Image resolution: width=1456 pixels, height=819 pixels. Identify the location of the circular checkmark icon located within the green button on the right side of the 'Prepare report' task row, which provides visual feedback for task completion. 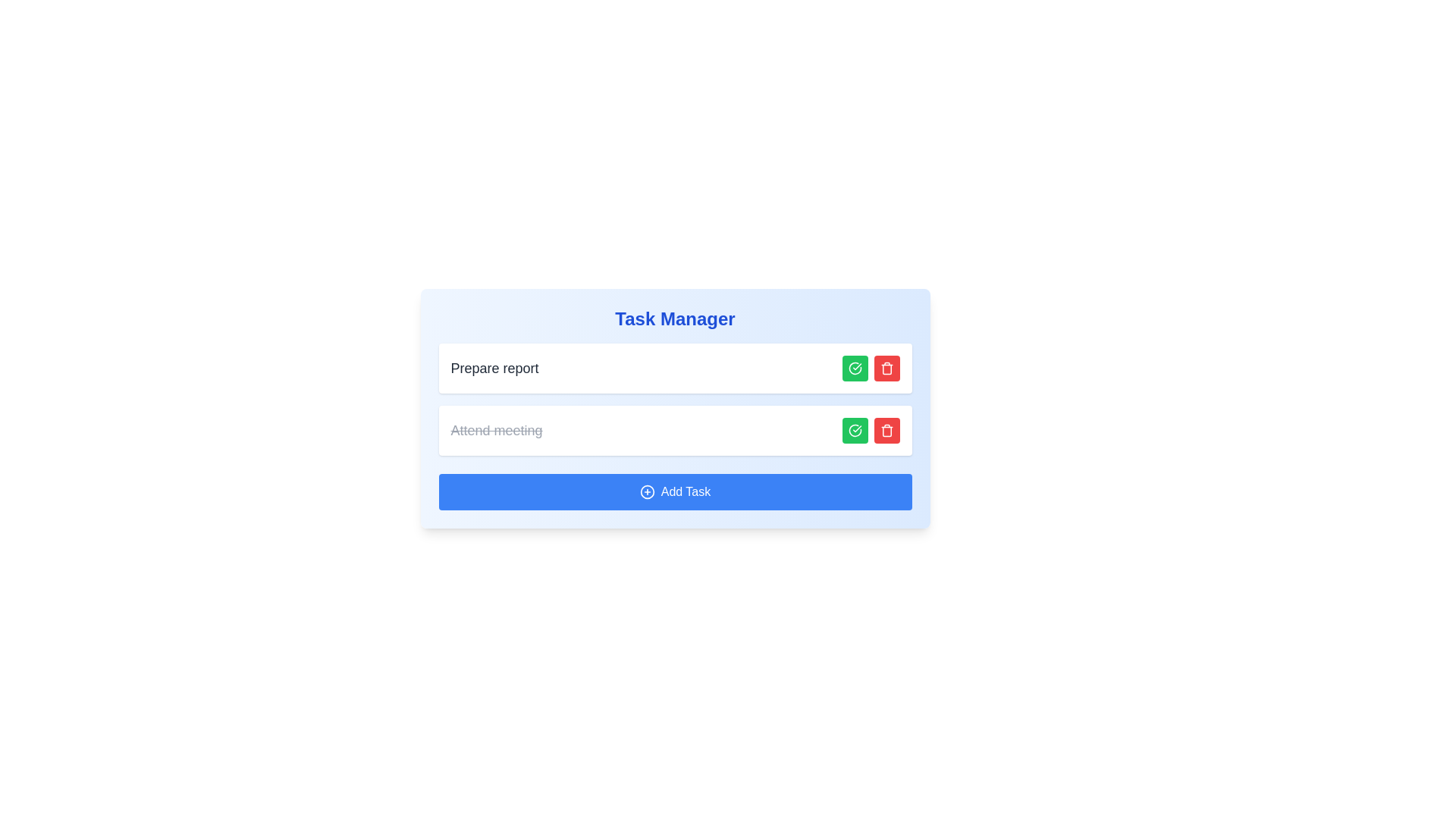
(855, 369).